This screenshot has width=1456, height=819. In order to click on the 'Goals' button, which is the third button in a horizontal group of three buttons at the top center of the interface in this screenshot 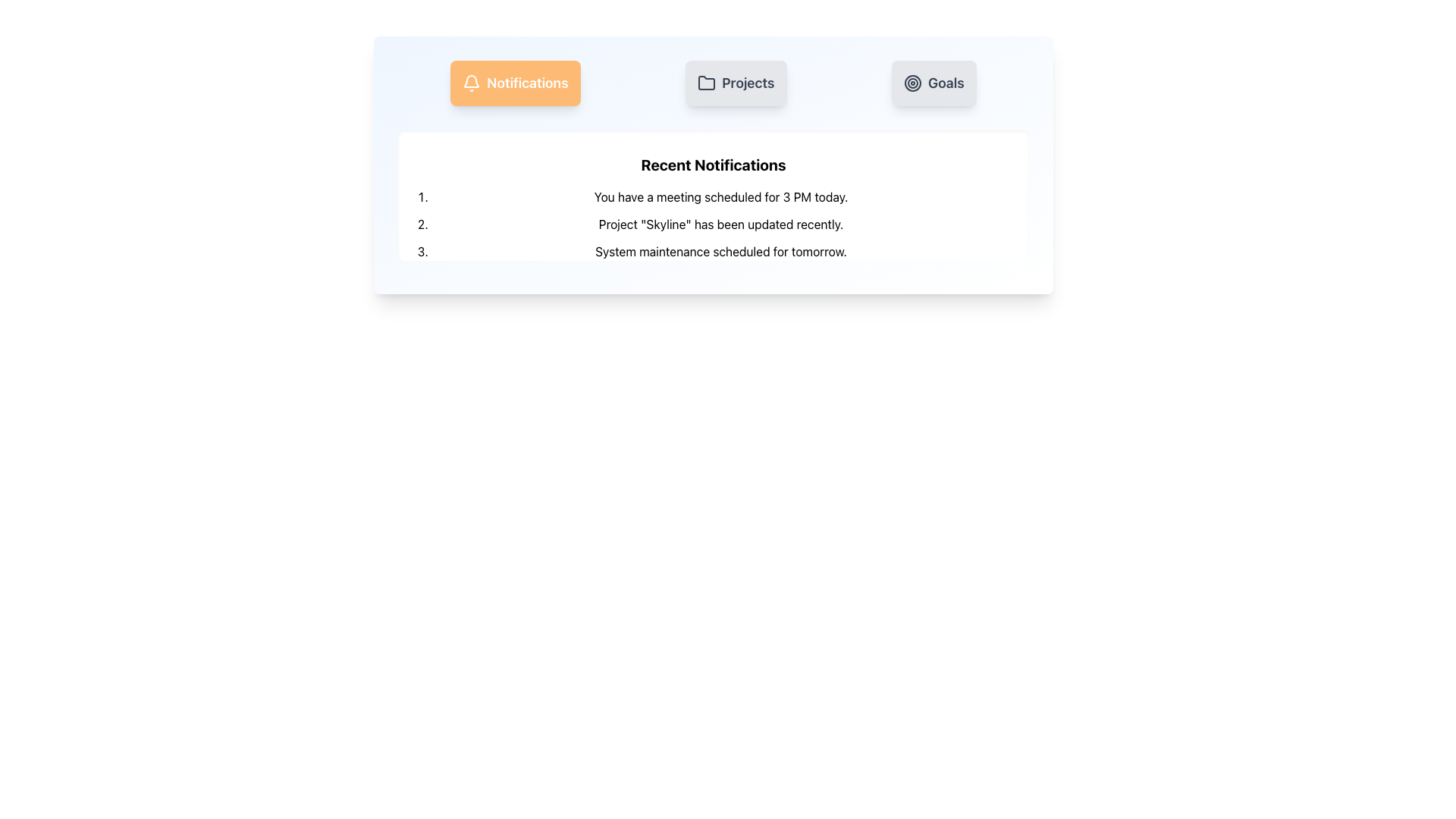, I will do `click(933, 83)`.